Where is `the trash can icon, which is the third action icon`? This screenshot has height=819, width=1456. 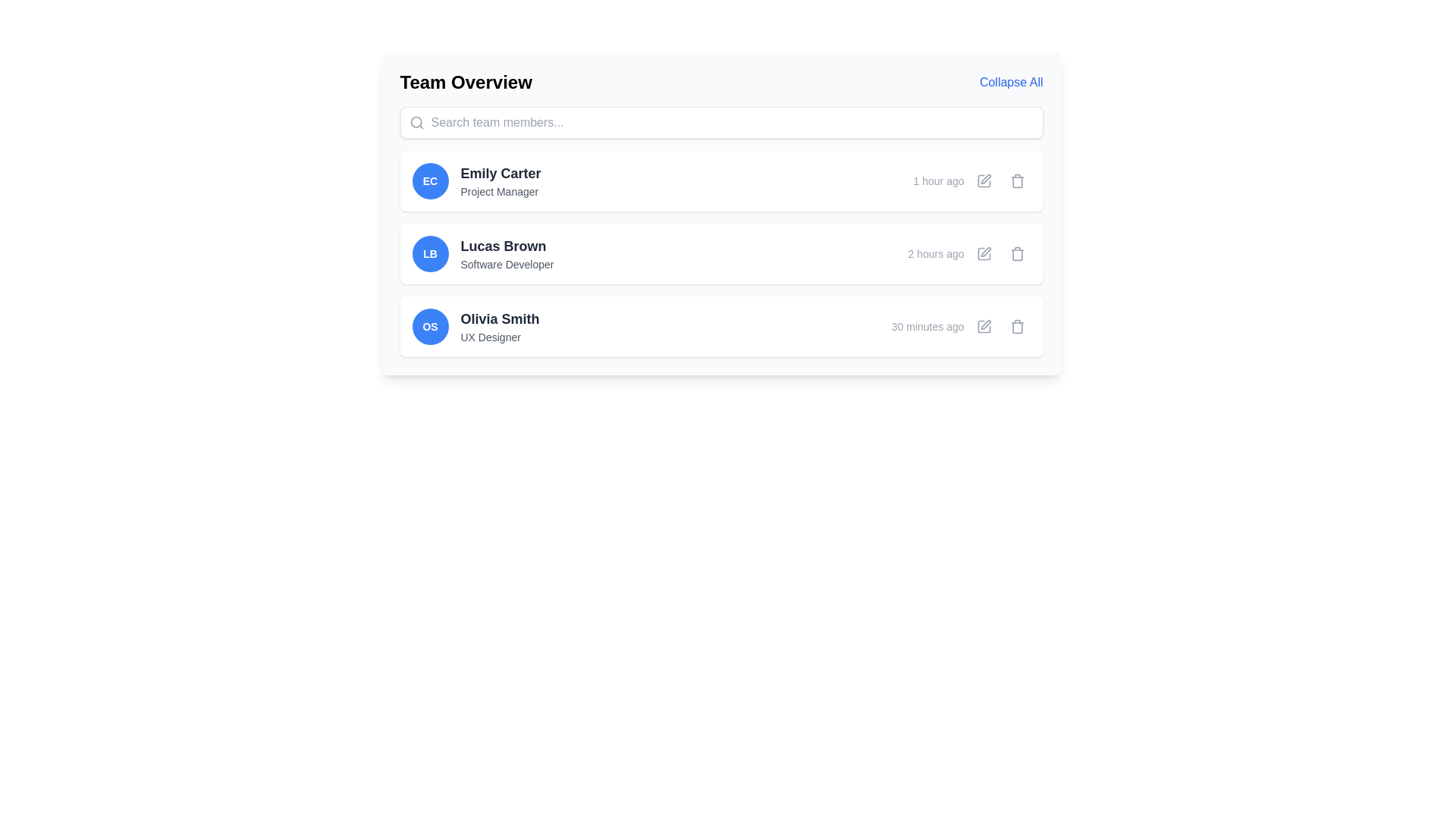
the trash can icon, which is the third action icon is located at coordinates (1017, 326).